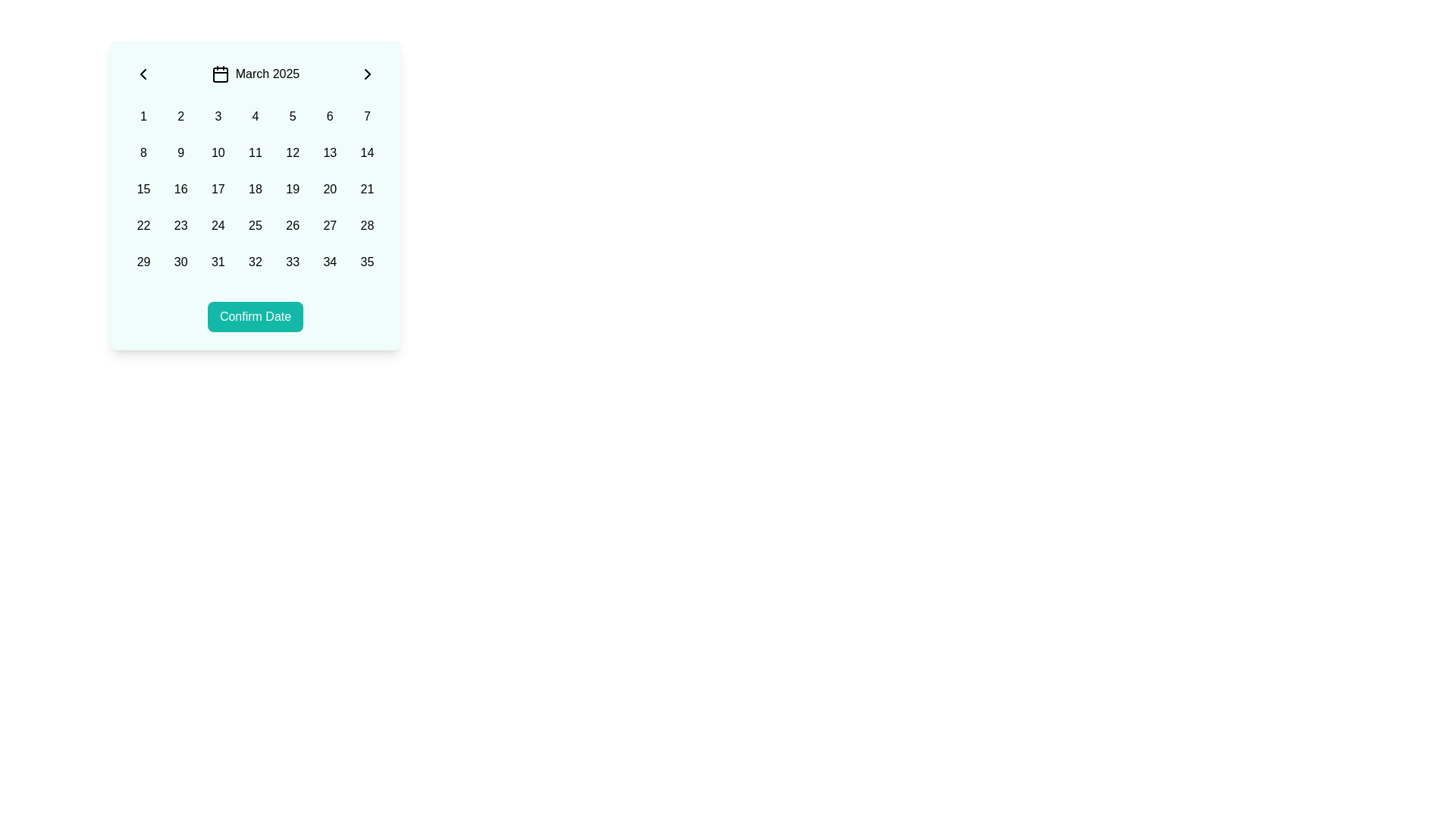 Image resolution: width=1456 pixels, height=819 pixels. What do you see at coordinates (329, 262) in the screenshot?
I see `the button representing the date '34' in the calendar interface` at bounding box center [329, 262].